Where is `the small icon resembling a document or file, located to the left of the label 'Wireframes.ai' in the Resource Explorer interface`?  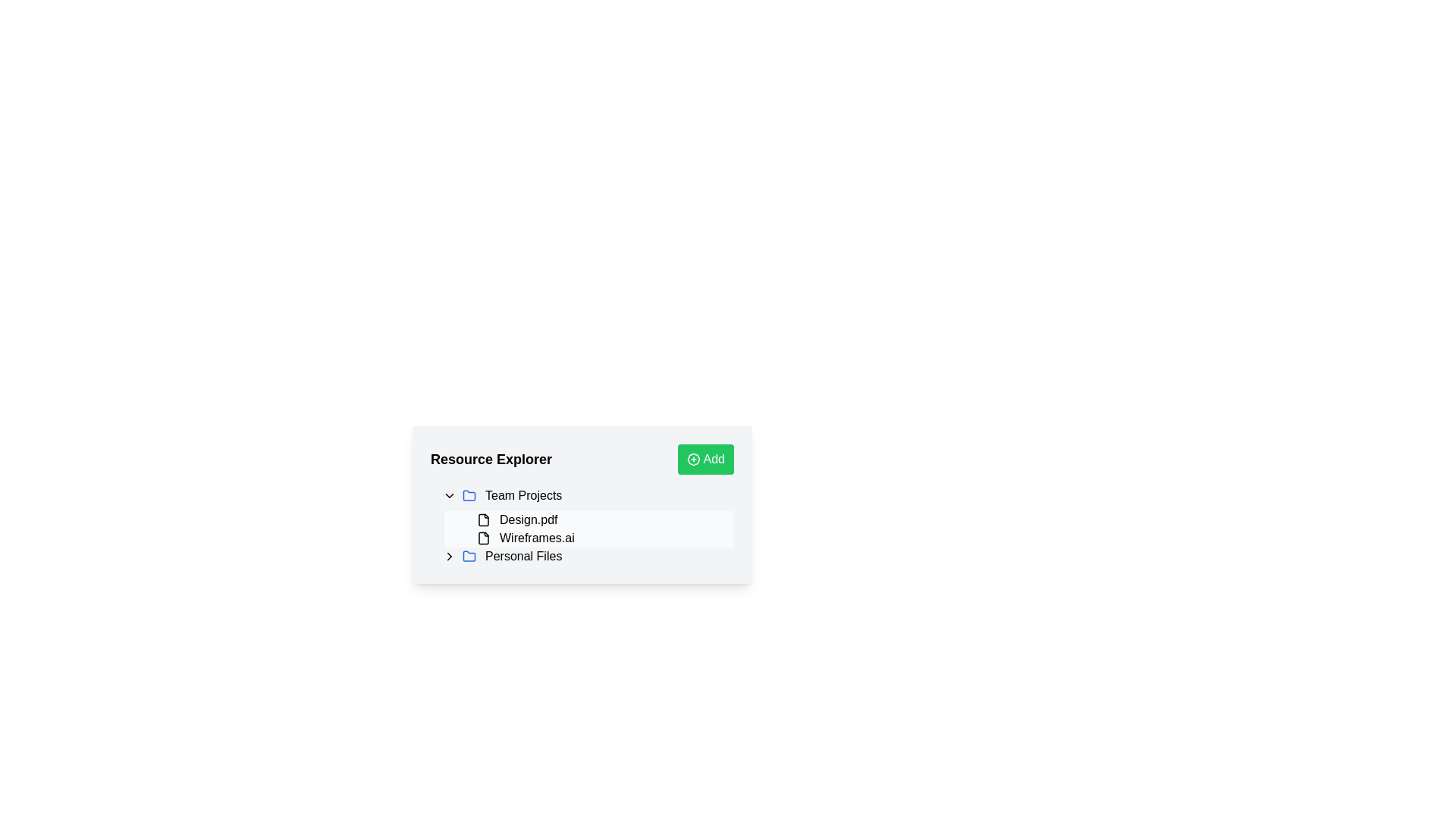
the small icon resembling a document or file, located to the left of the label 'Wireframes.ai' in the Resource Explorer interface is located at coordinates (483, 537).